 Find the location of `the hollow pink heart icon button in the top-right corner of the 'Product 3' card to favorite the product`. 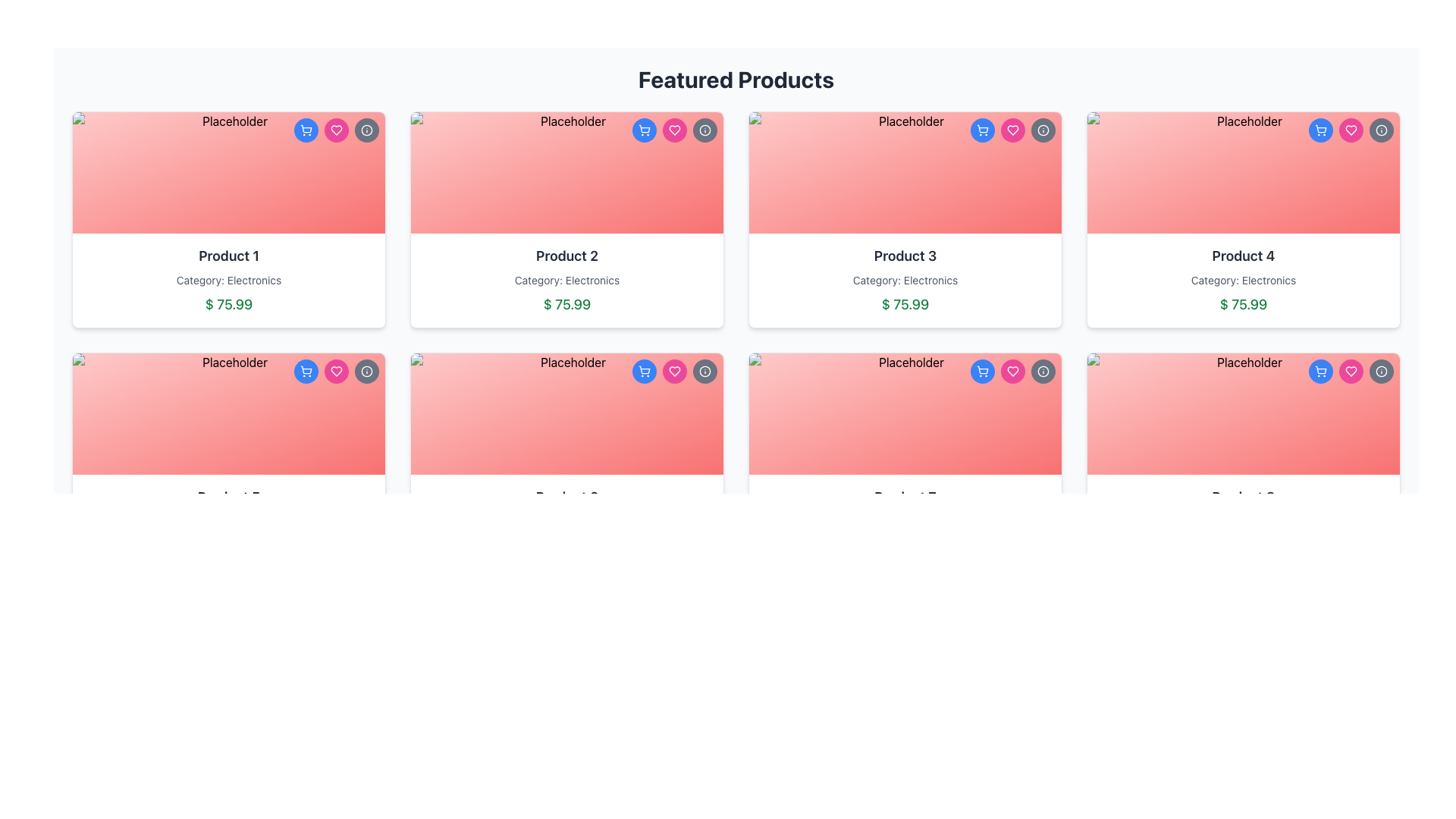

the hollow pink heart icon button in the top-right corner of the 'Product 3' card to favorite the product is located at coordinates (1012, 371).